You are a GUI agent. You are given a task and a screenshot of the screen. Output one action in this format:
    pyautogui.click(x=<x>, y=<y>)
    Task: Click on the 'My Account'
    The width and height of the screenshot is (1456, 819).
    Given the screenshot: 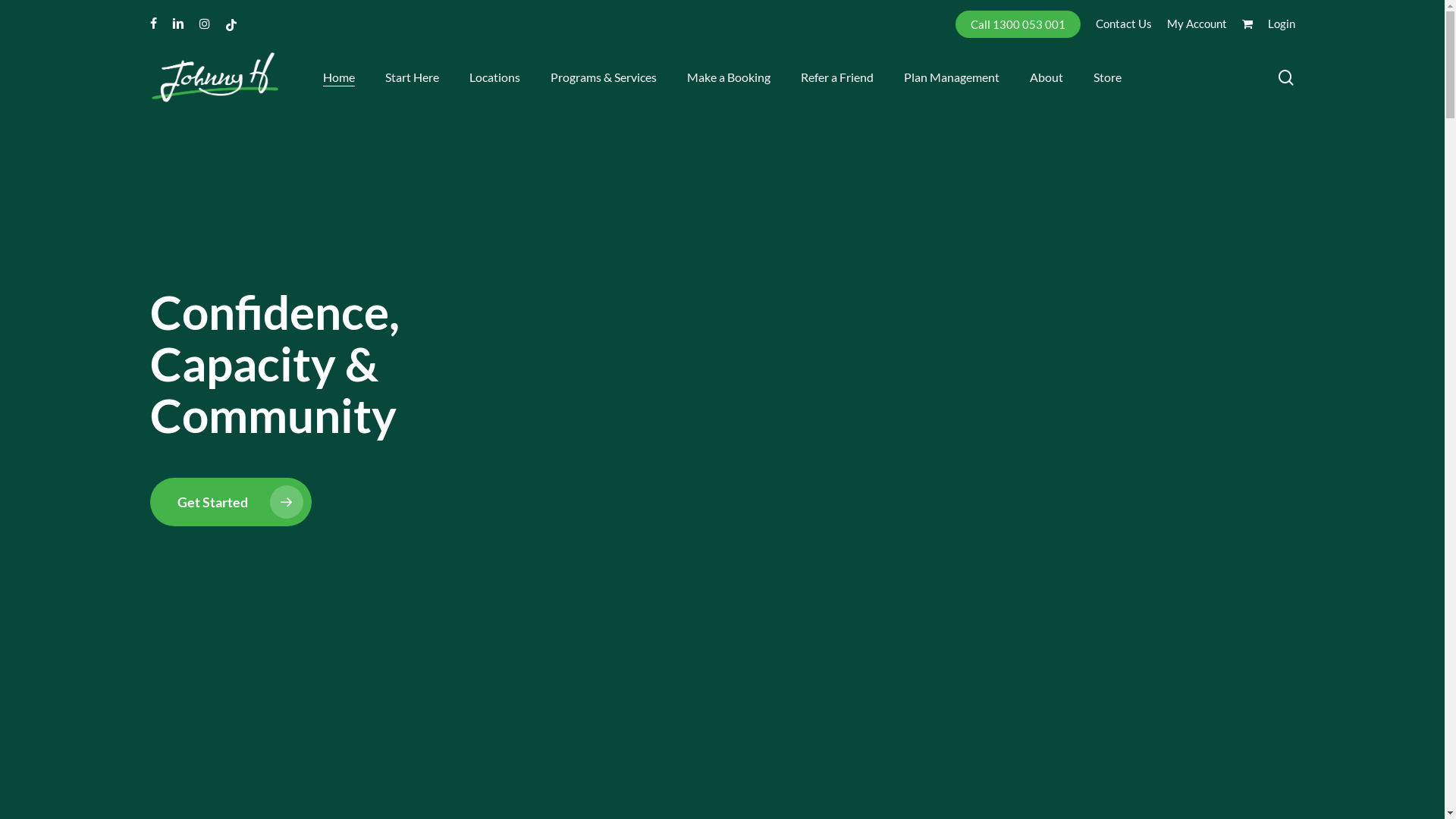 What is the action you would take?
    pyautogui.click(x=1195, y=23)
    